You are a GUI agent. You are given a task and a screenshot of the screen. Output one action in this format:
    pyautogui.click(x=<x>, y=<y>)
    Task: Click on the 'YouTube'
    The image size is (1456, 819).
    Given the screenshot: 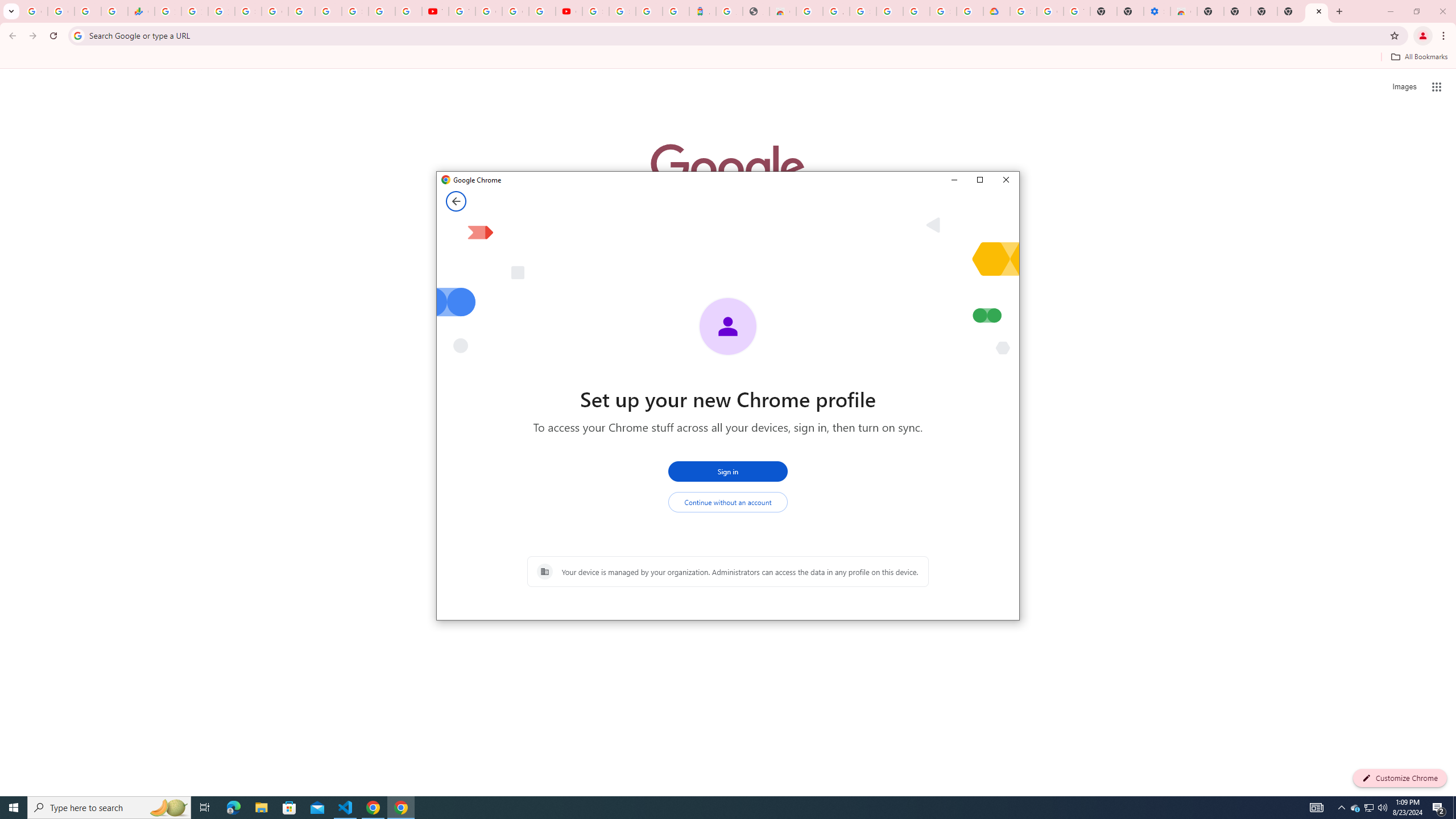 What is the action you would take?
    pyautogui.click(x=461, y=11)
    